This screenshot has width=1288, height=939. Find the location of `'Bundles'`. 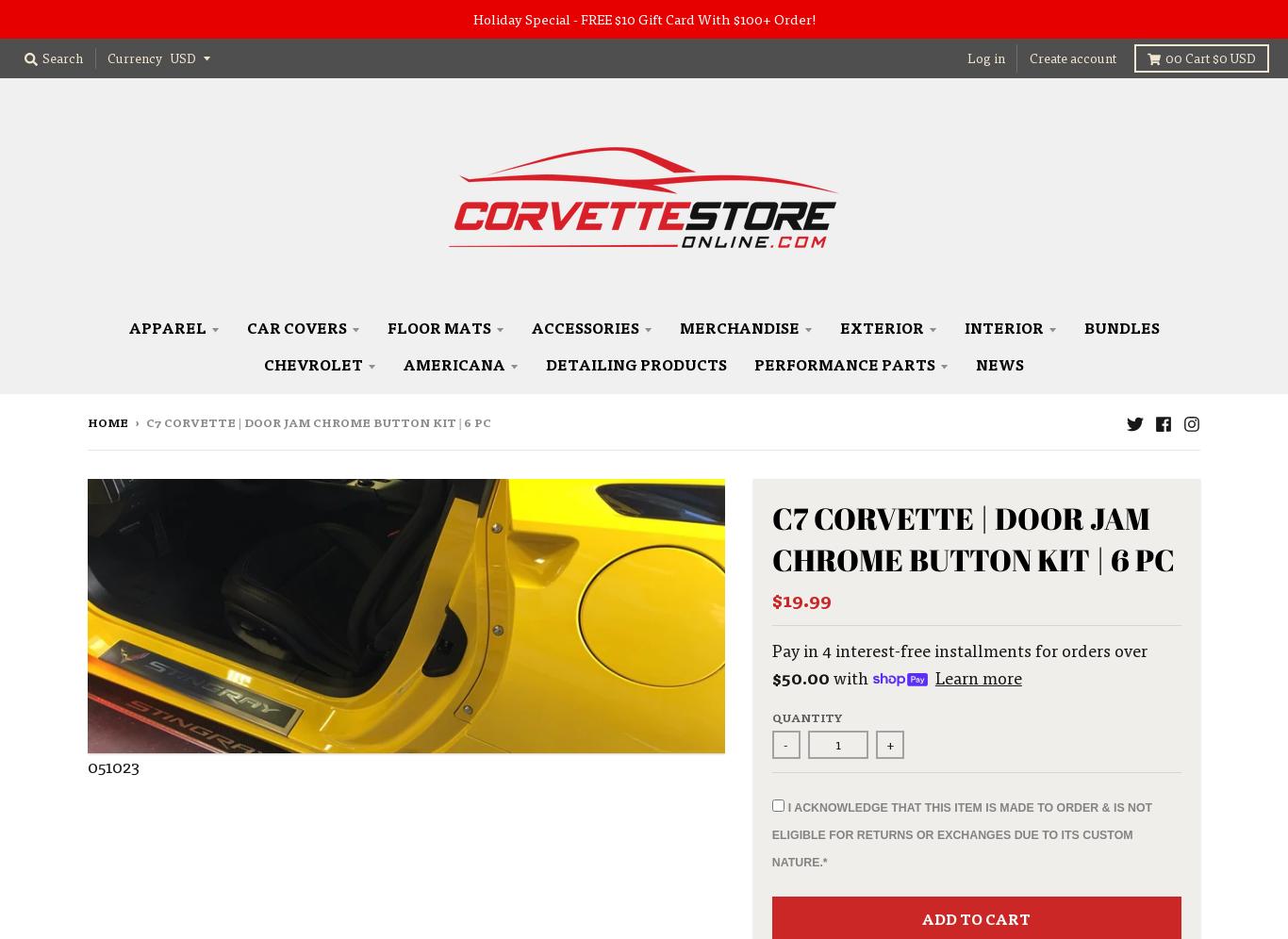

'Bundles' is located at coordinates (1120, 326).